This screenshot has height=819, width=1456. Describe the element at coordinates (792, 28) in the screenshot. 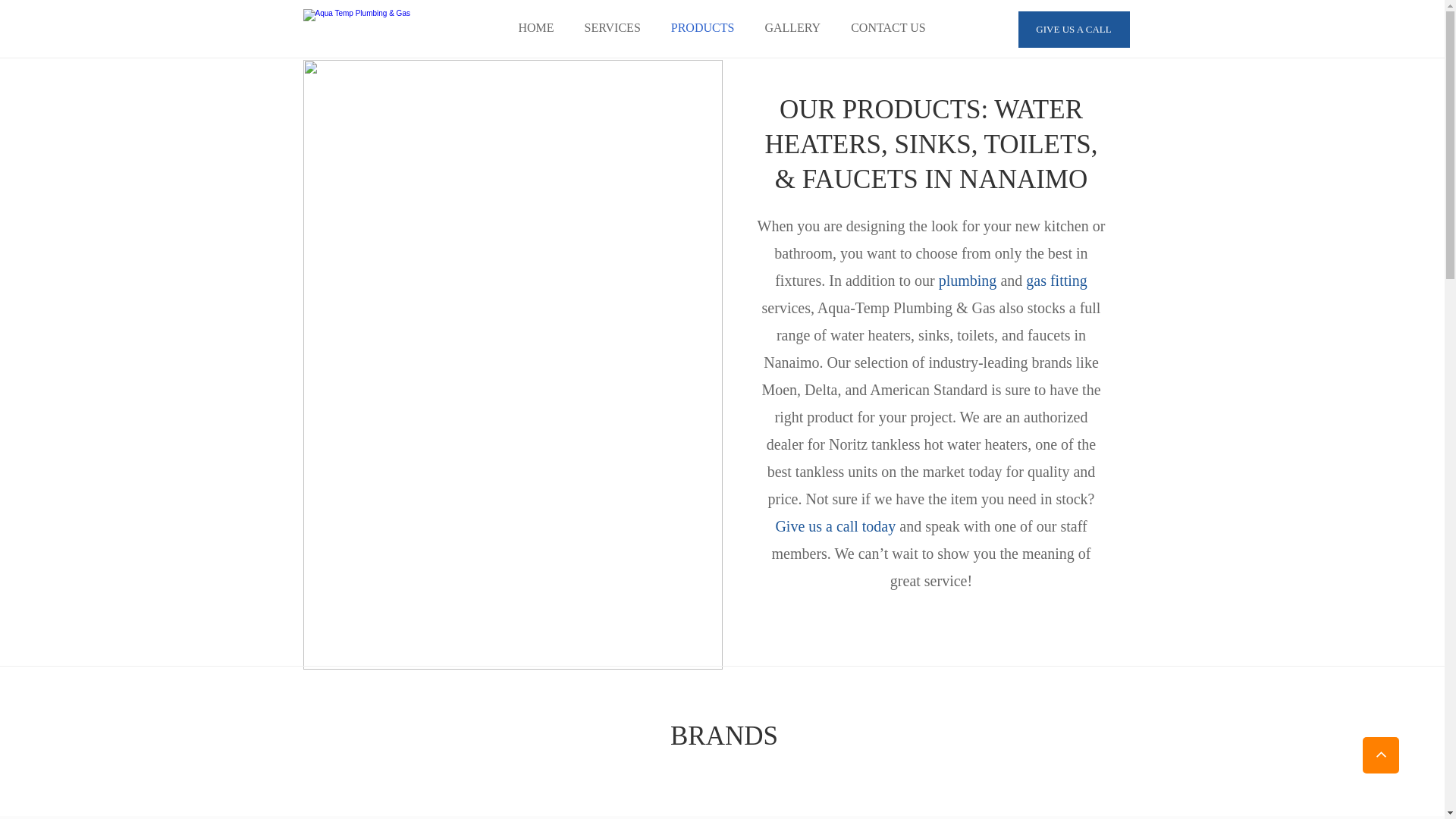

I see `'GALLERY'` at that location.